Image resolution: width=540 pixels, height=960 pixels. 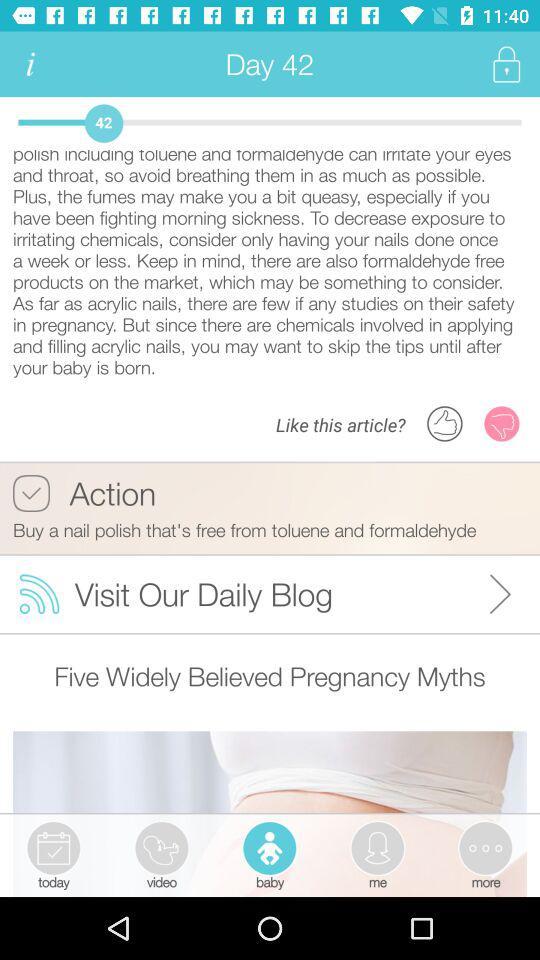 I want to click on dislike the article, so click(x=501, y=423).